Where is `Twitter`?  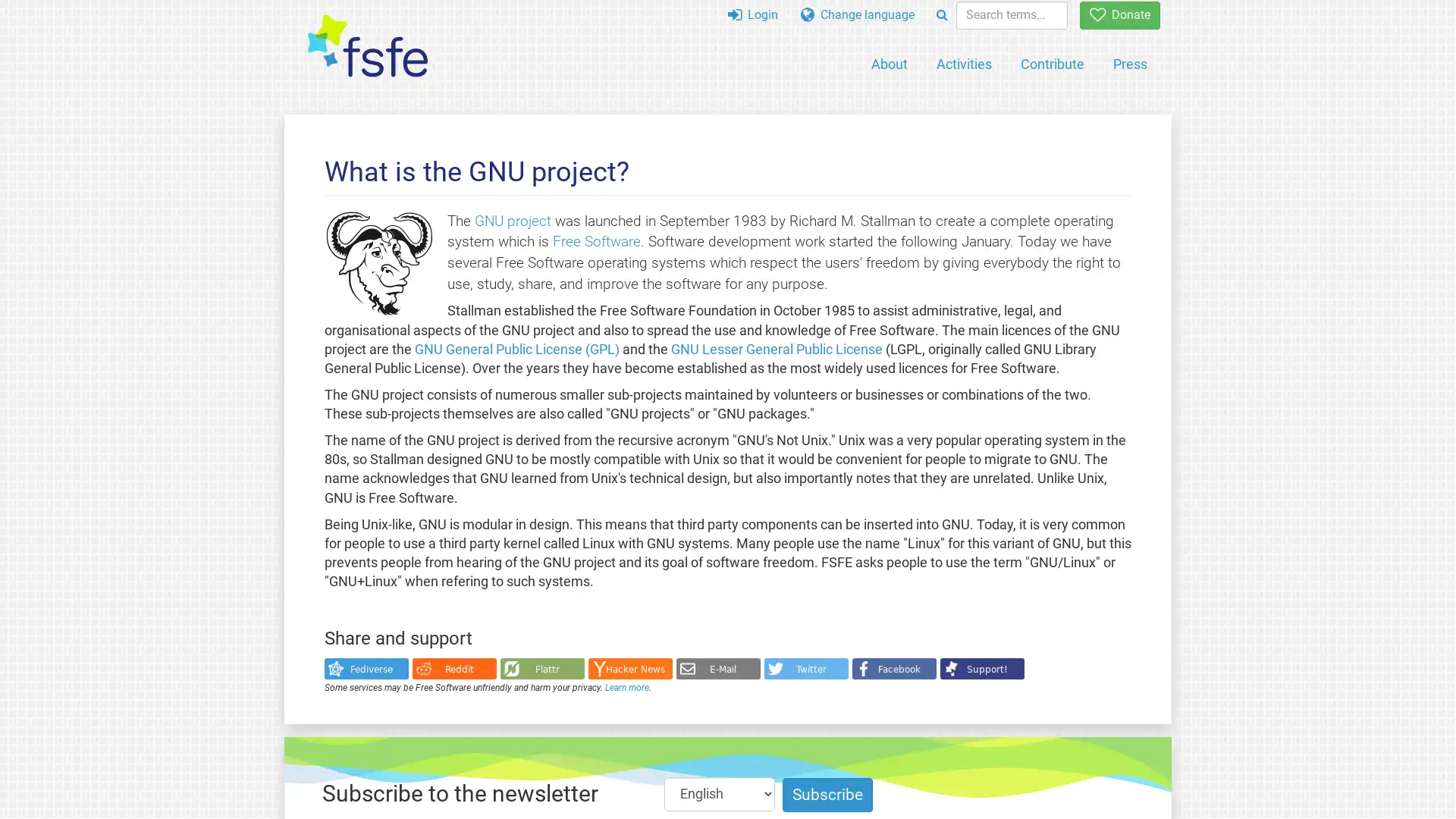 Twitter is located at coordinates (805, 668).